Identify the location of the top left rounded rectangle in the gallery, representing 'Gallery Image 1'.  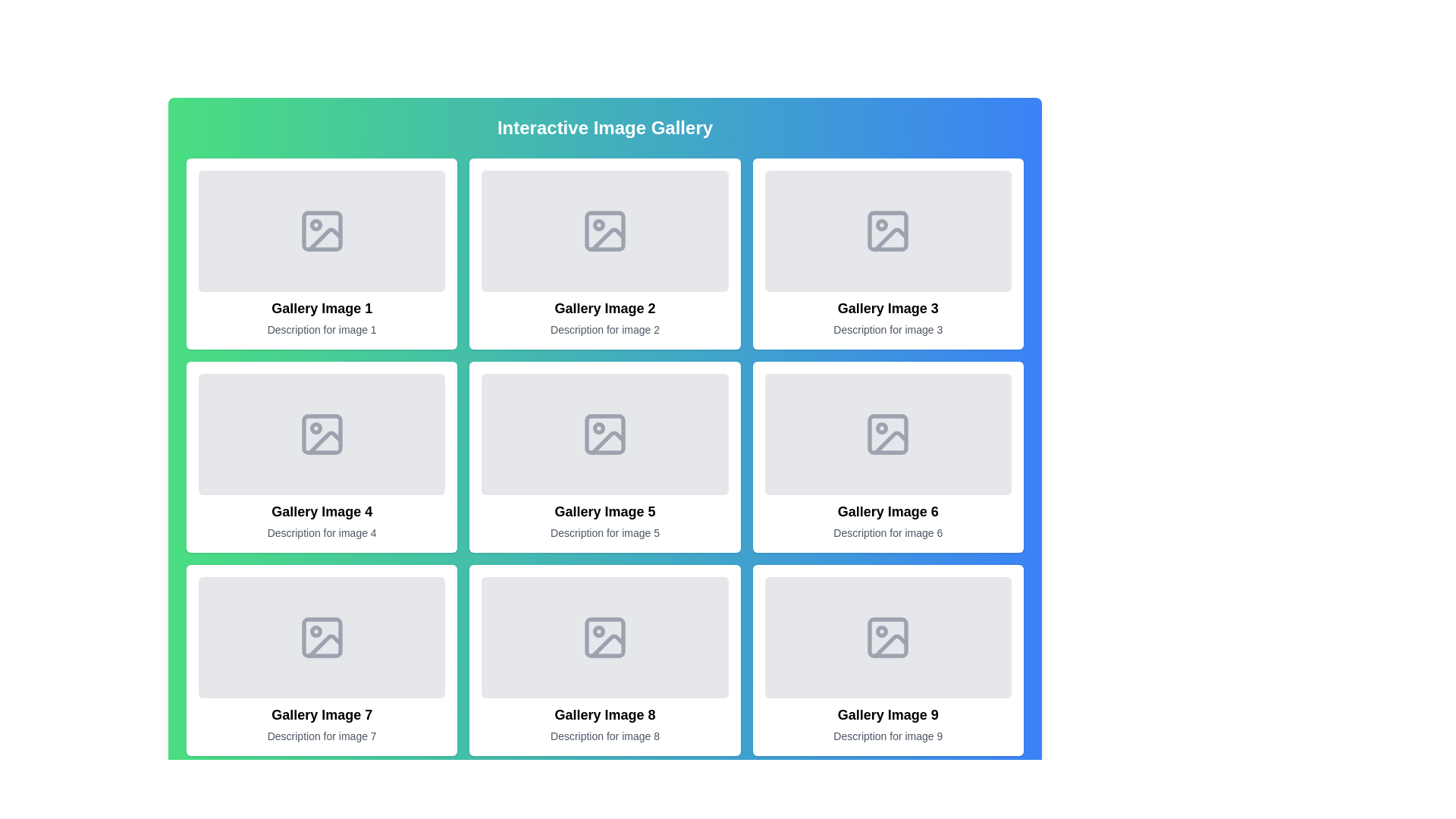
(321, 231).